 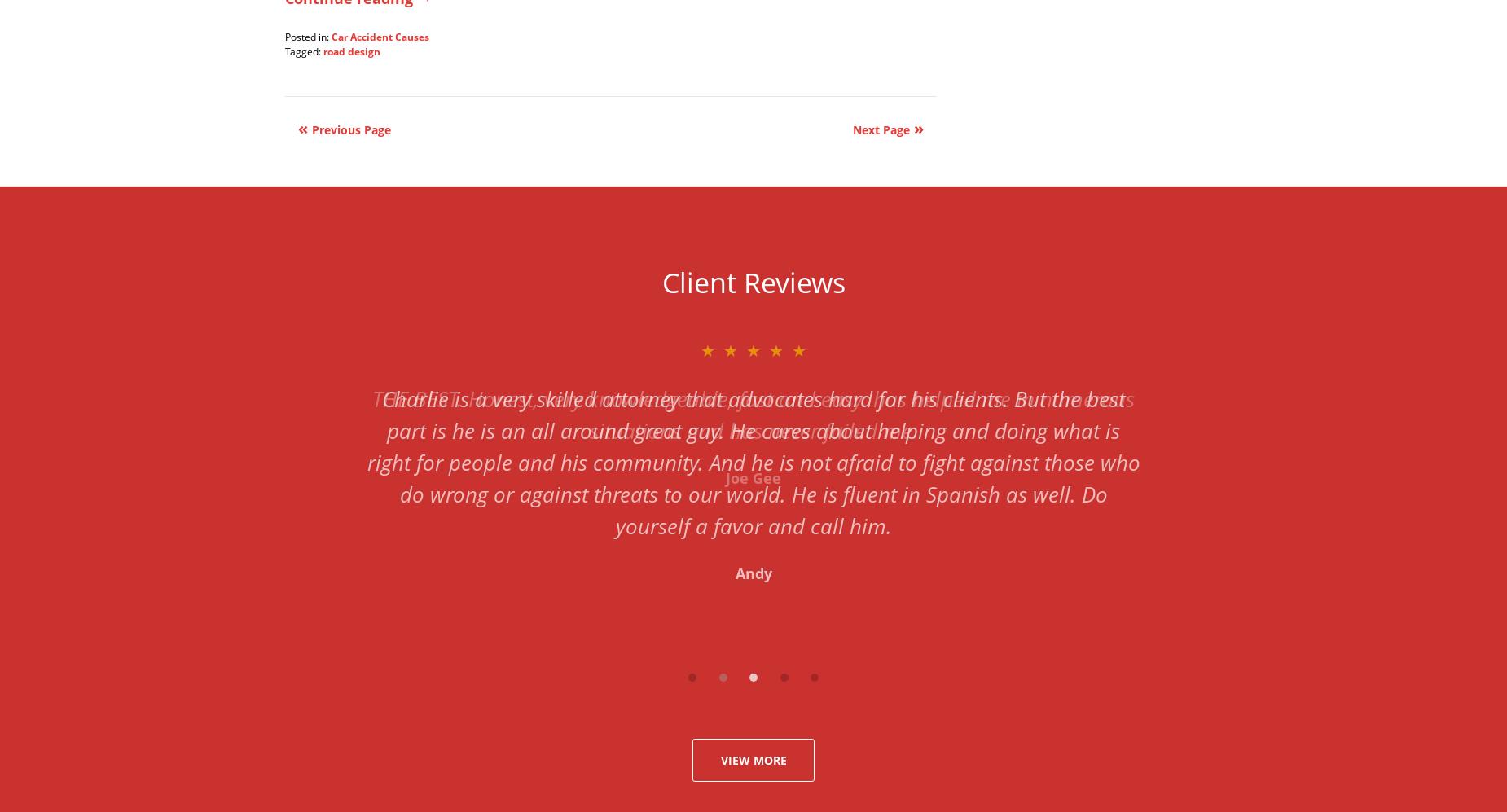 I want to click on 'I had a lawyer on another case and I never spoke to the lawyer and I hated that I never knew what was going on in my case. Mr. Flaxman was in constant communication with me, explained everything to me, and his staff was really great too. My phone calls were always returned immediately. It was refreshing to be able to speak to my attorney personally. I would HIGHLY recommend Mr. Flaxman as an attorney to anyone who has been in an accident.', so click(x=365, y=477).